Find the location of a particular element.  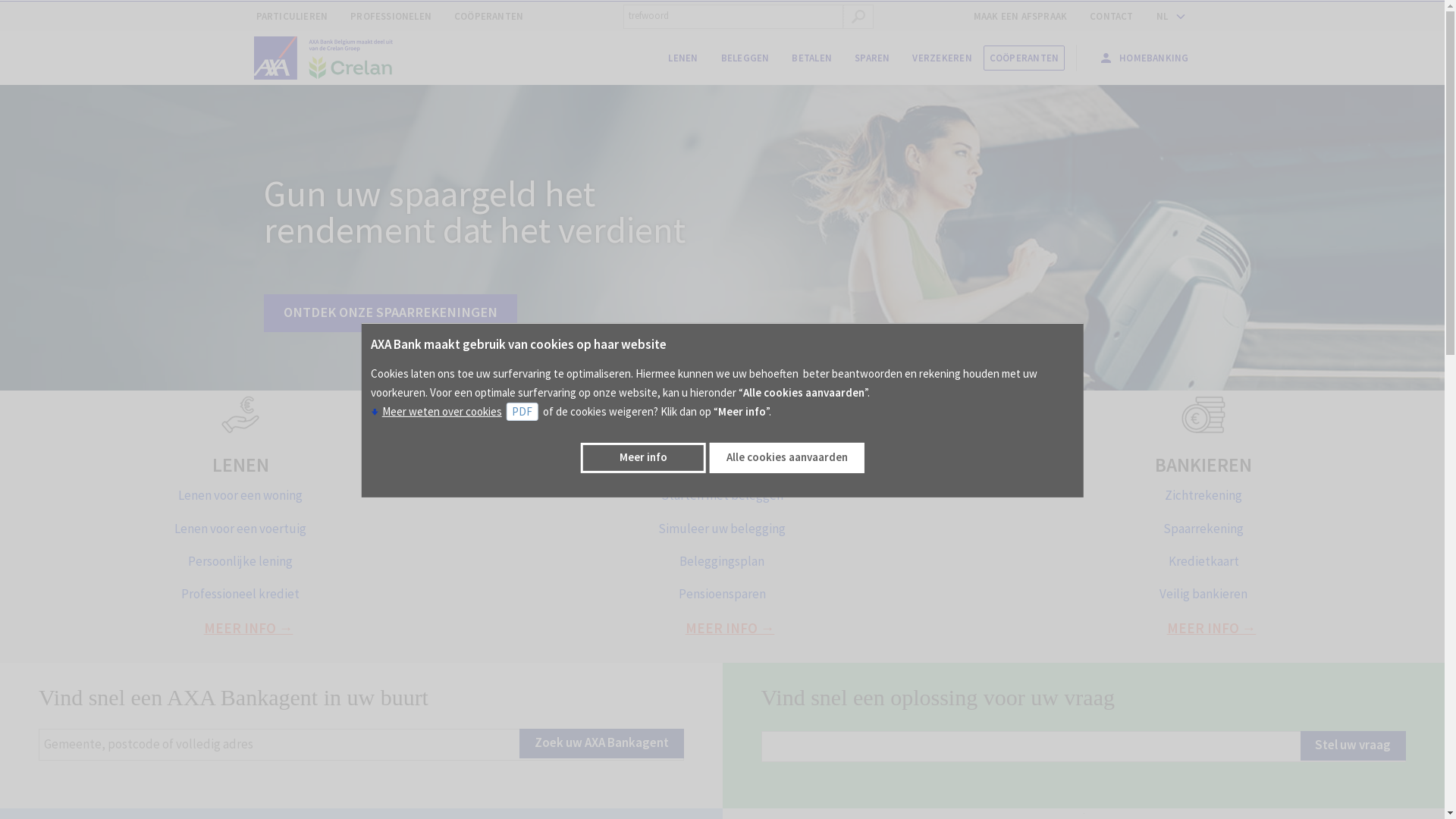

'Simuleer uw belegging' is located at coordinates (720, 528).